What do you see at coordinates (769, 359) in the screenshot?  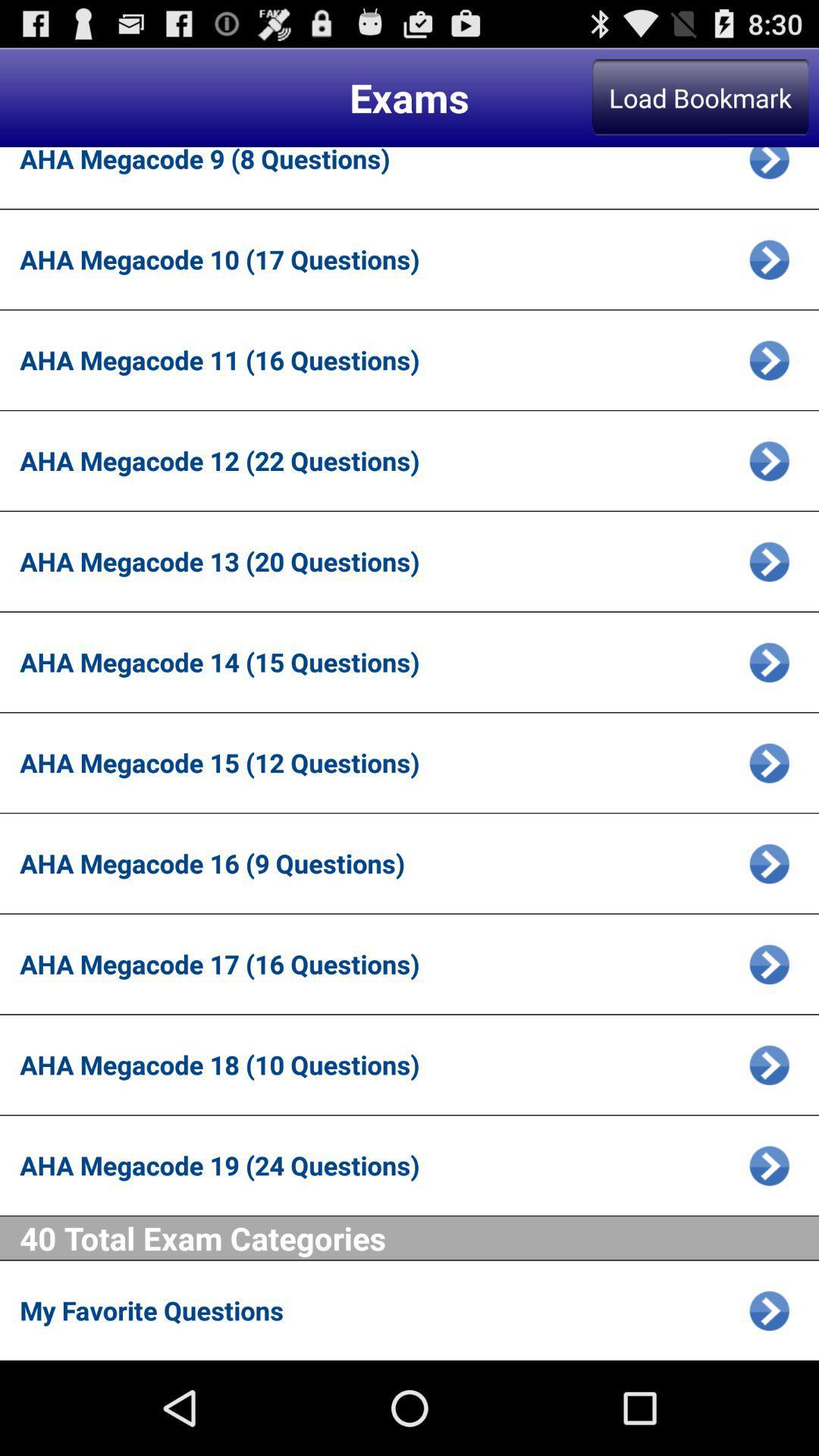 I see `exam` at bounding box center [769, 359].